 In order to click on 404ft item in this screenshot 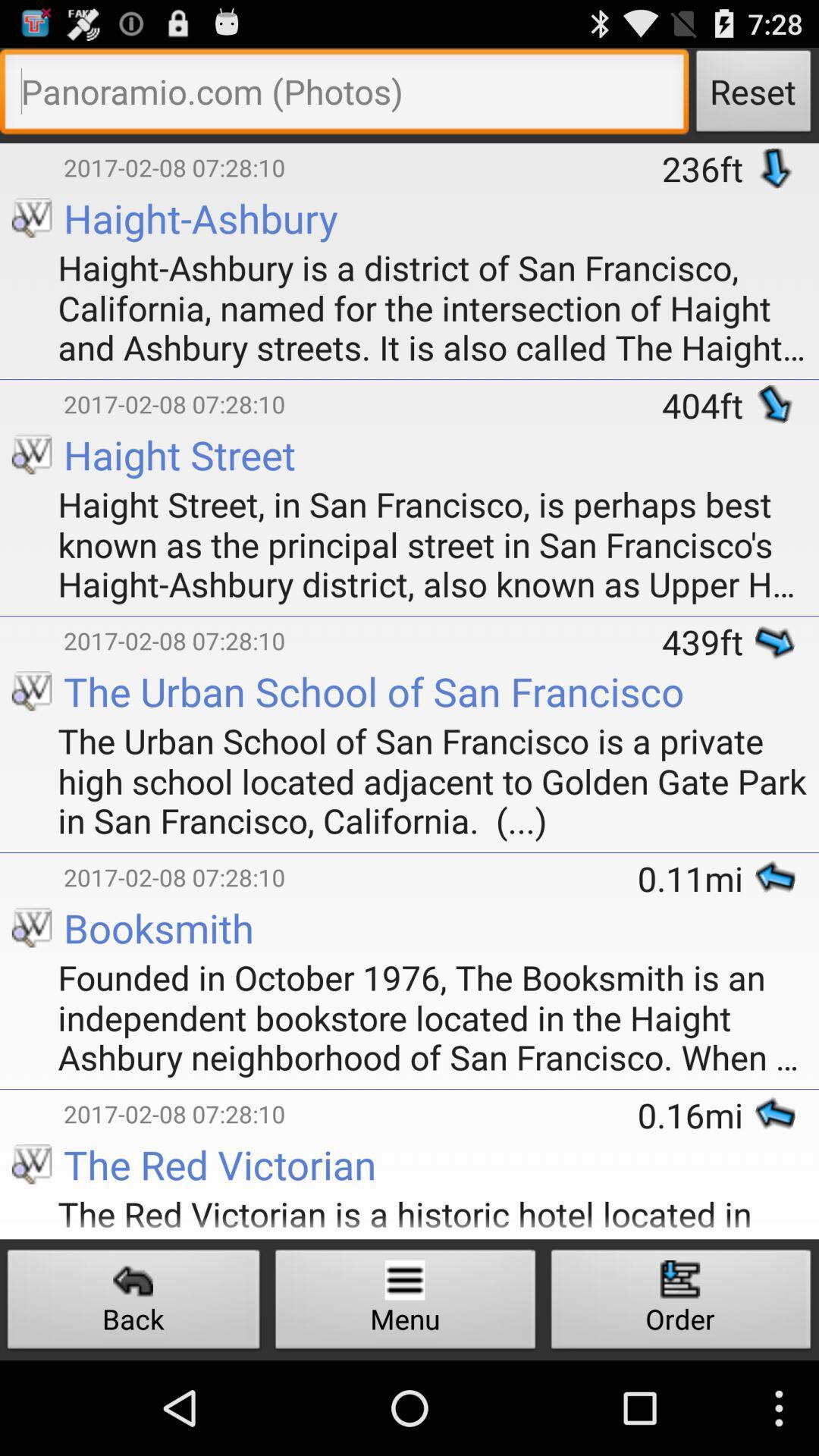, I will do `click(708, 405)`.